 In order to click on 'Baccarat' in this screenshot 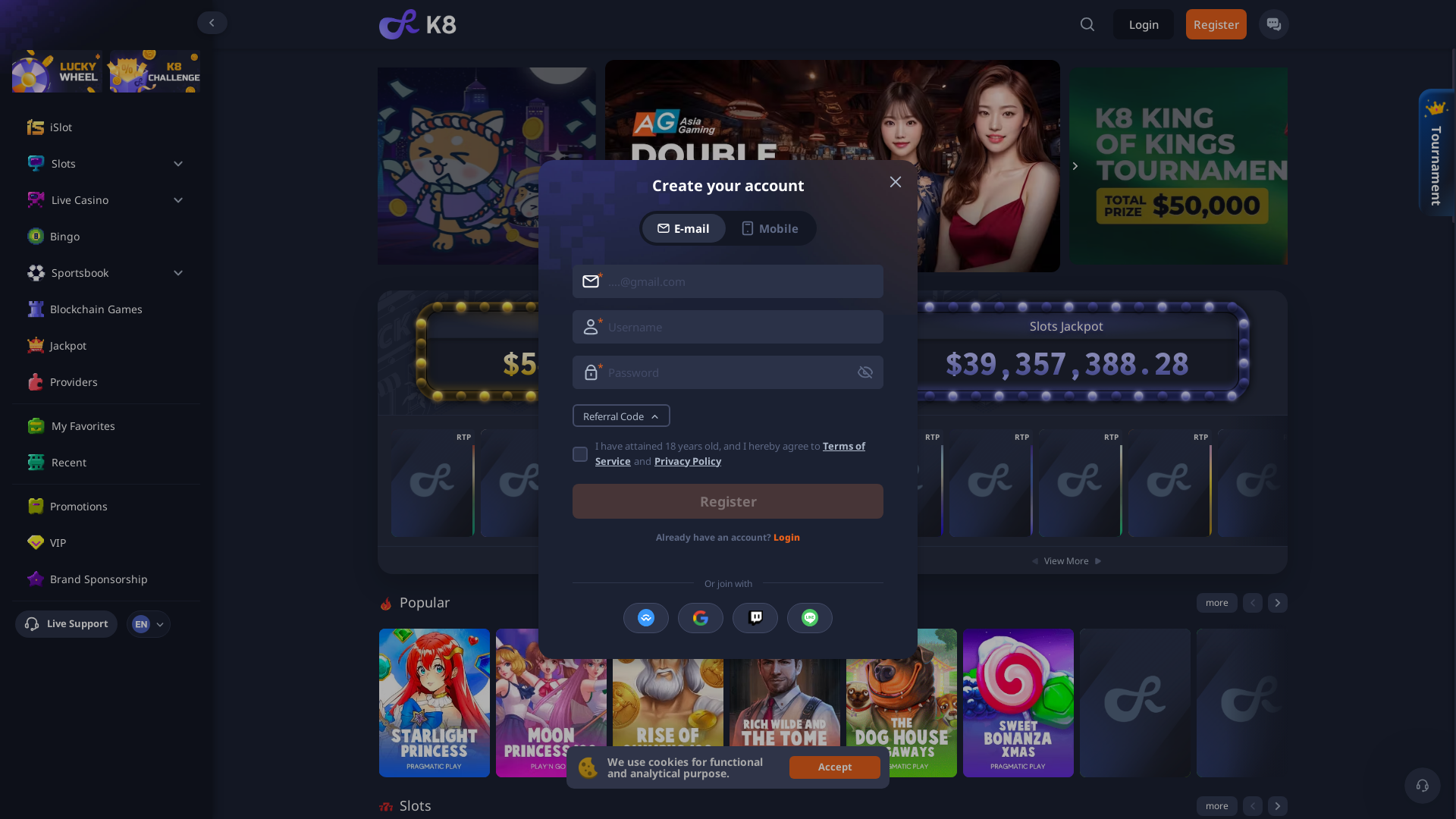, I will do `click(479, 482)`.